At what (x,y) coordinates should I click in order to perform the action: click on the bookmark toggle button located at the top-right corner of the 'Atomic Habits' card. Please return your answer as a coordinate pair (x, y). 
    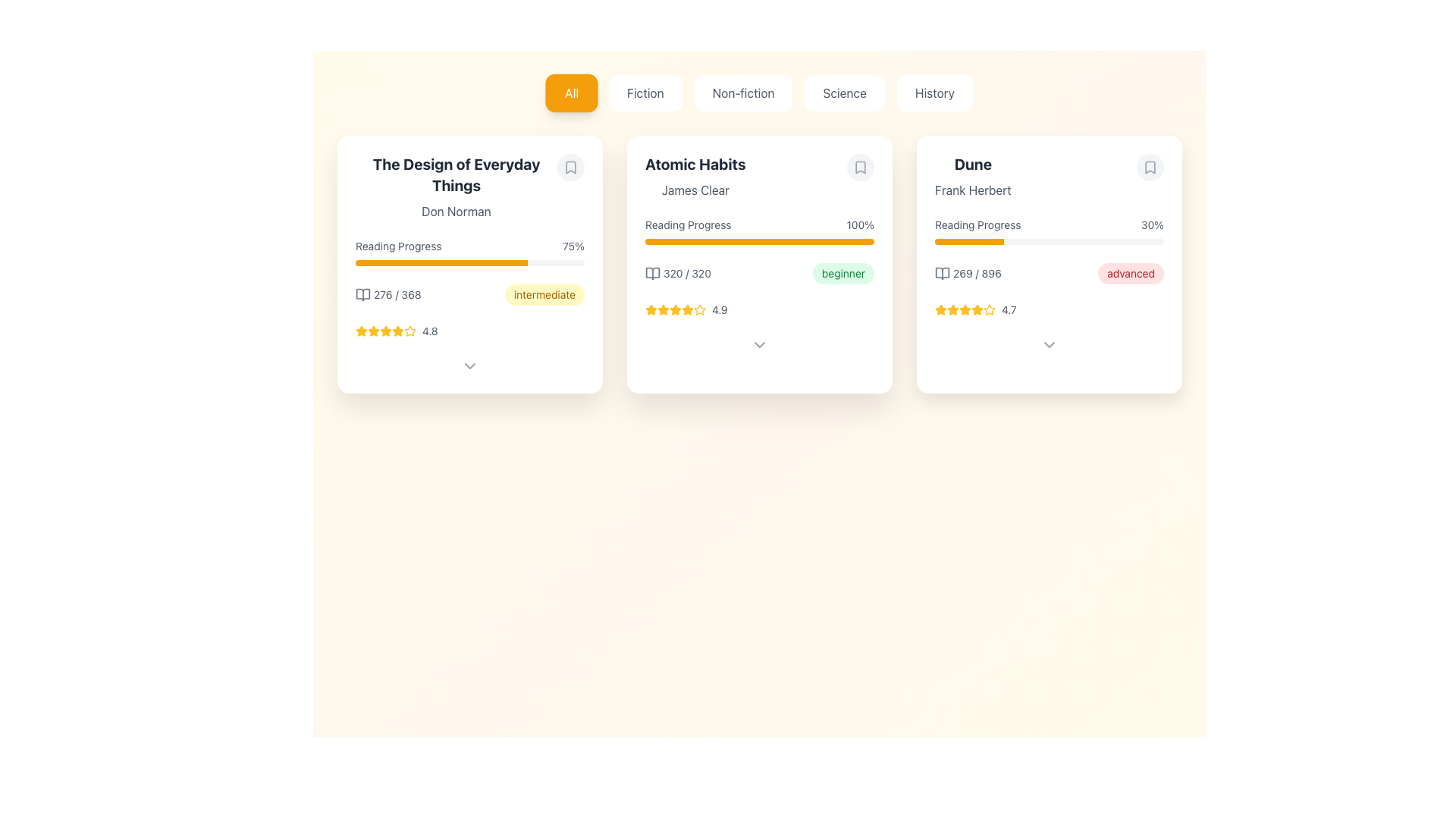
    Looking at the image, I should click on (860, 167).